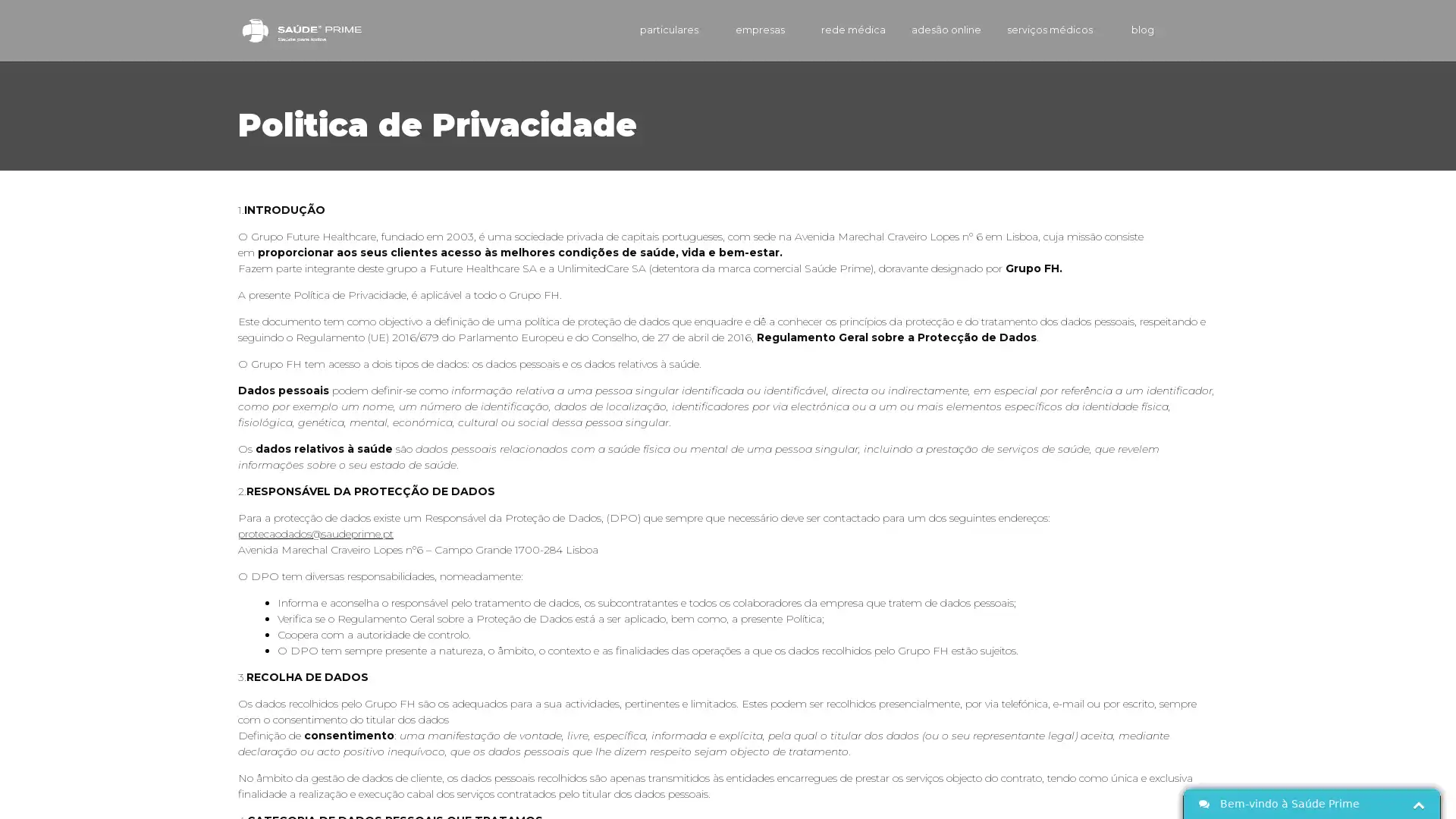 Image resolution: width=1456 pixels, height=819 pixels. What do you see at coordinates (644, 30) in the screenshot?
I see `particulares` at bounding box center [644, 30].